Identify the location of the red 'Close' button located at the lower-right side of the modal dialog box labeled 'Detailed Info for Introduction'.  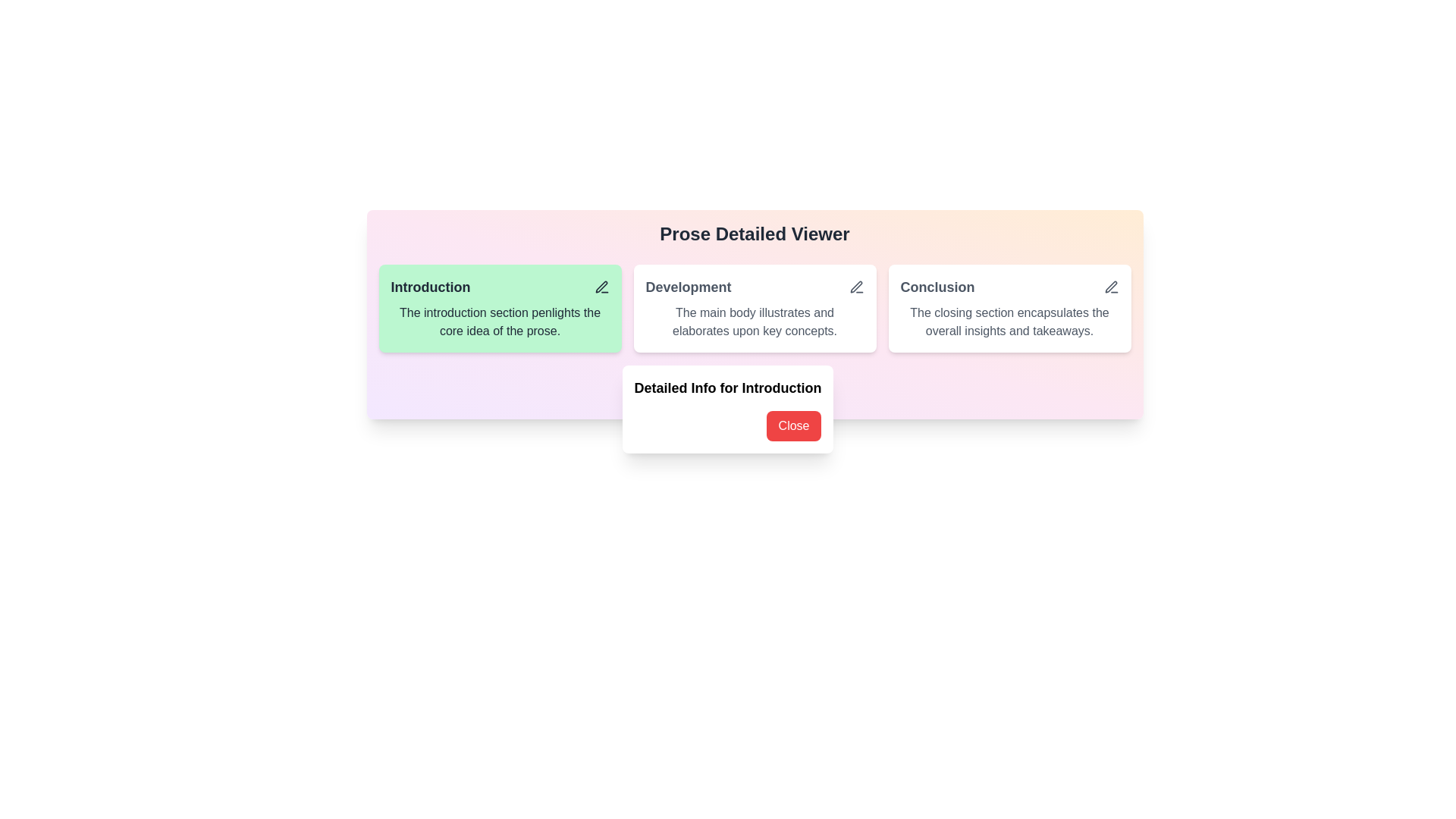
(728, 409).